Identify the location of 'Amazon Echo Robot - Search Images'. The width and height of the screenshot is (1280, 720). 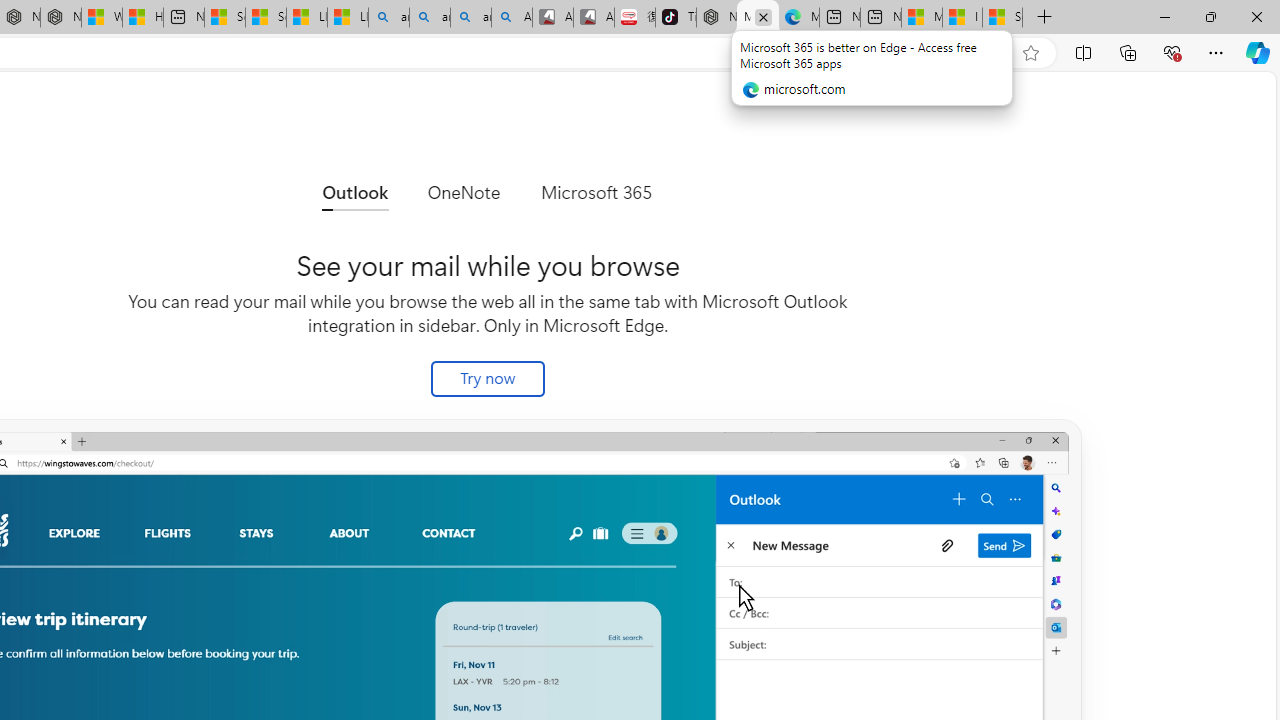
(512, 17).